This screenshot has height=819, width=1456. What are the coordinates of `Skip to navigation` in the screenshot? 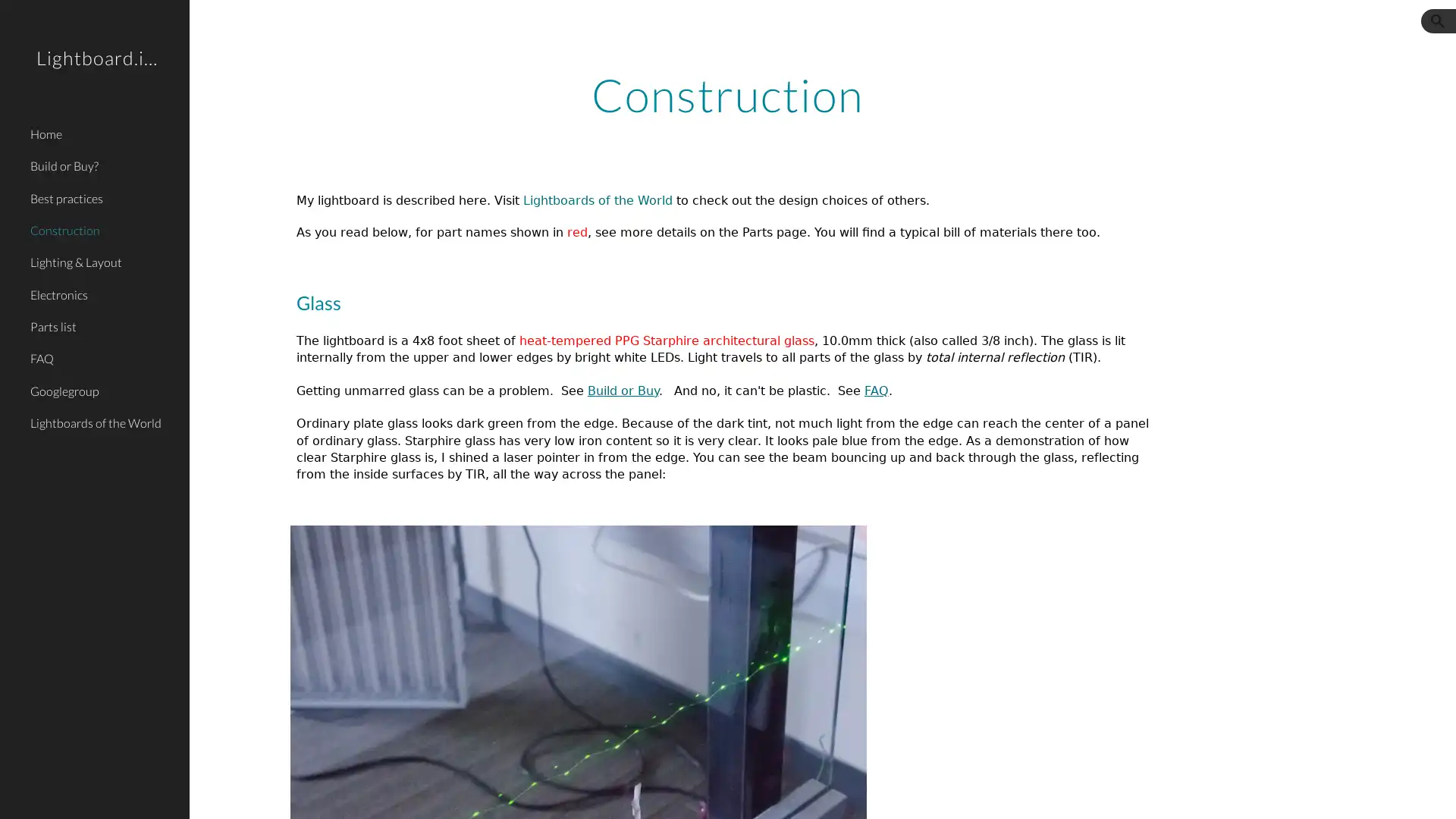 It's located at (864, 28).